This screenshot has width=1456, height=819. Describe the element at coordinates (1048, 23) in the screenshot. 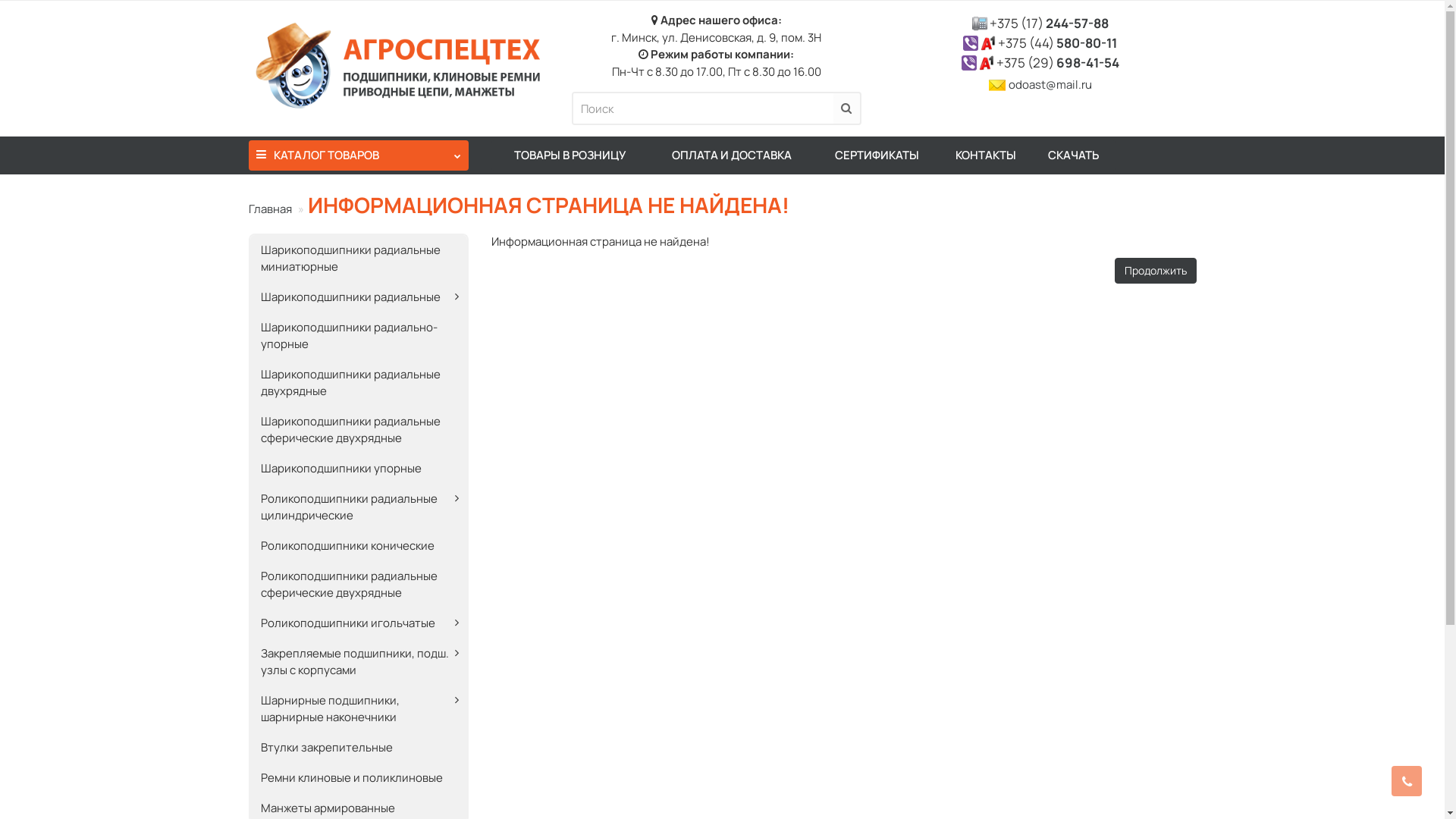

I see `'+375 (17) 244-57-88'` at that location.